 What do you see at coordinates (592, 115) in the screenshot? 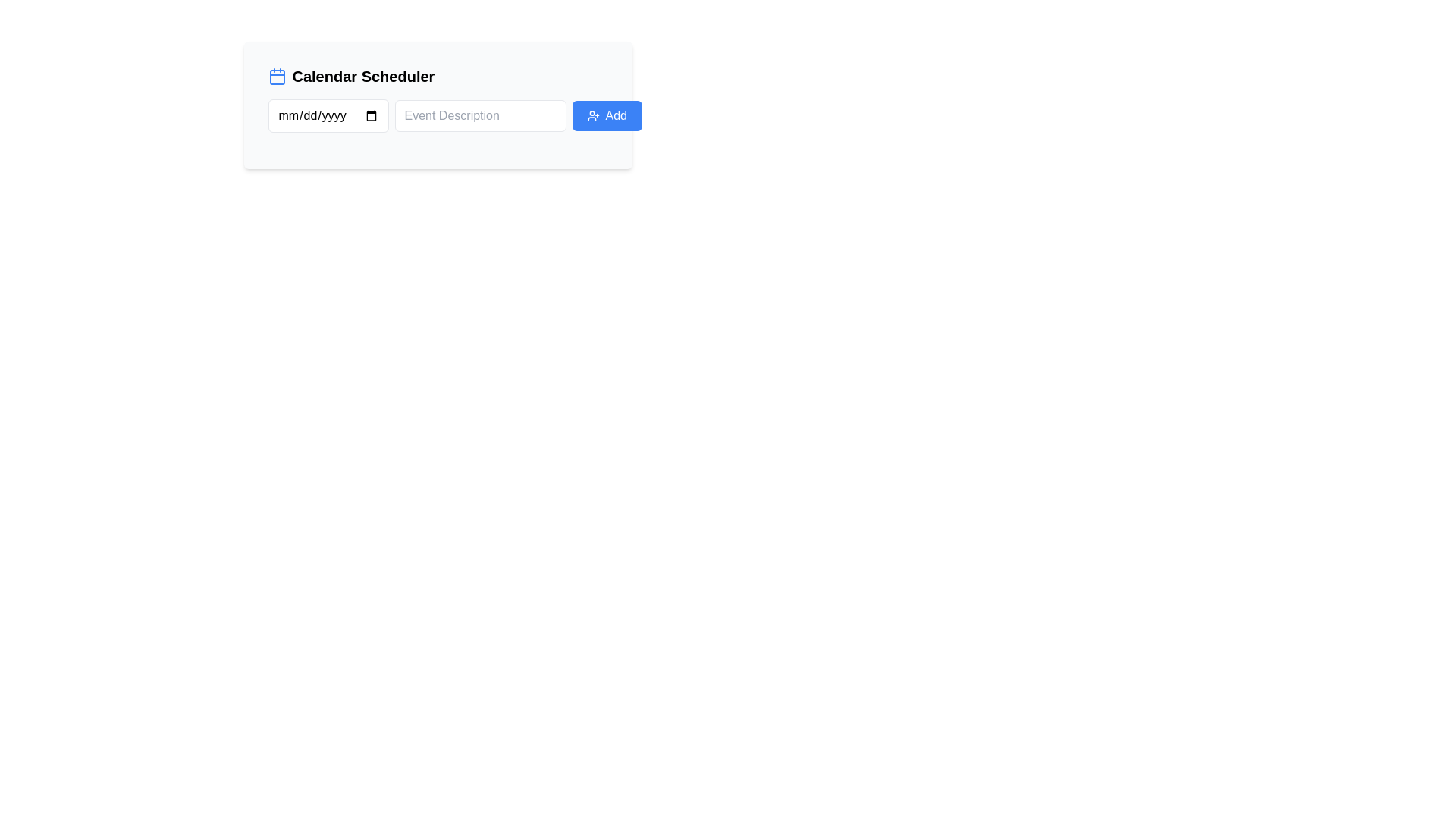
I see `the 'Add' button containing the person icon with a plus symbol, which is styled in white on a blue background` at bounding box center [592, 115].